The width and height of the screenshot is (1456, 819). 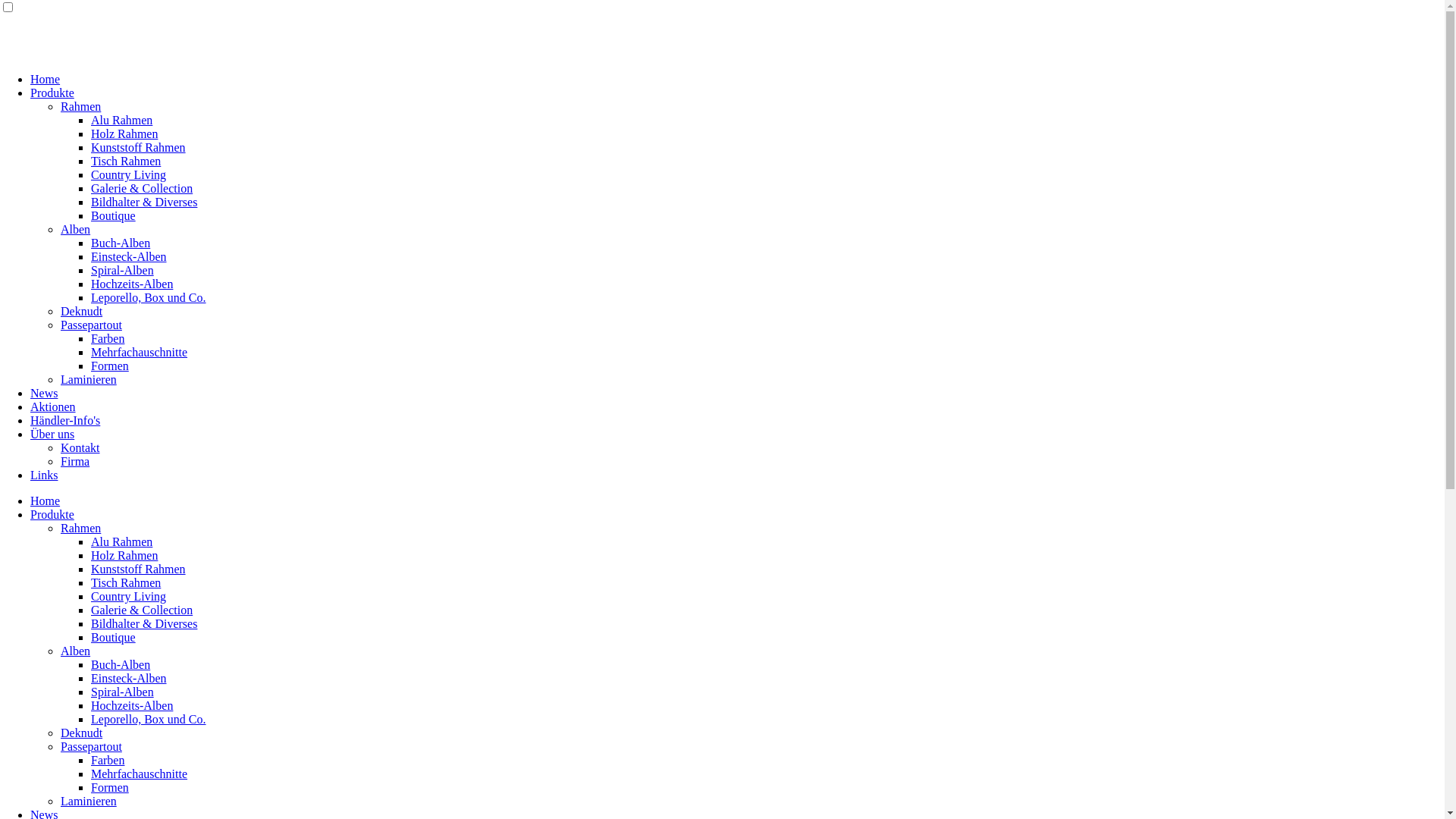 What do you see at coordinates (74, 229) in the screenshot?
I see `'Alben'` at bounding box center [74, 229].